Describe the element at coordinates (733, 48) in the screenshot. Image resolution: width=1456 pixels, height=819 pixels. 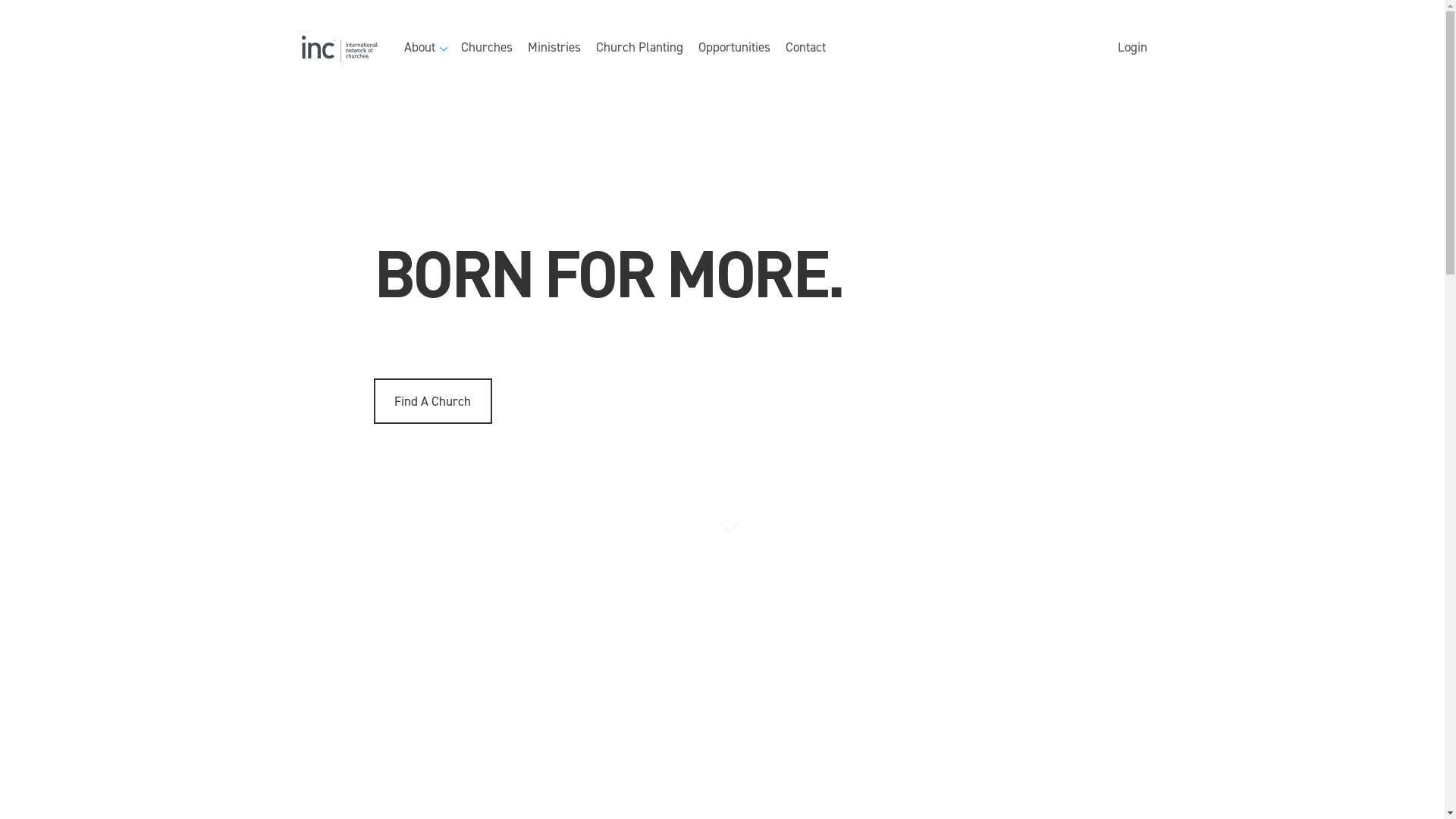
I see `'Opportunities'` at that location.